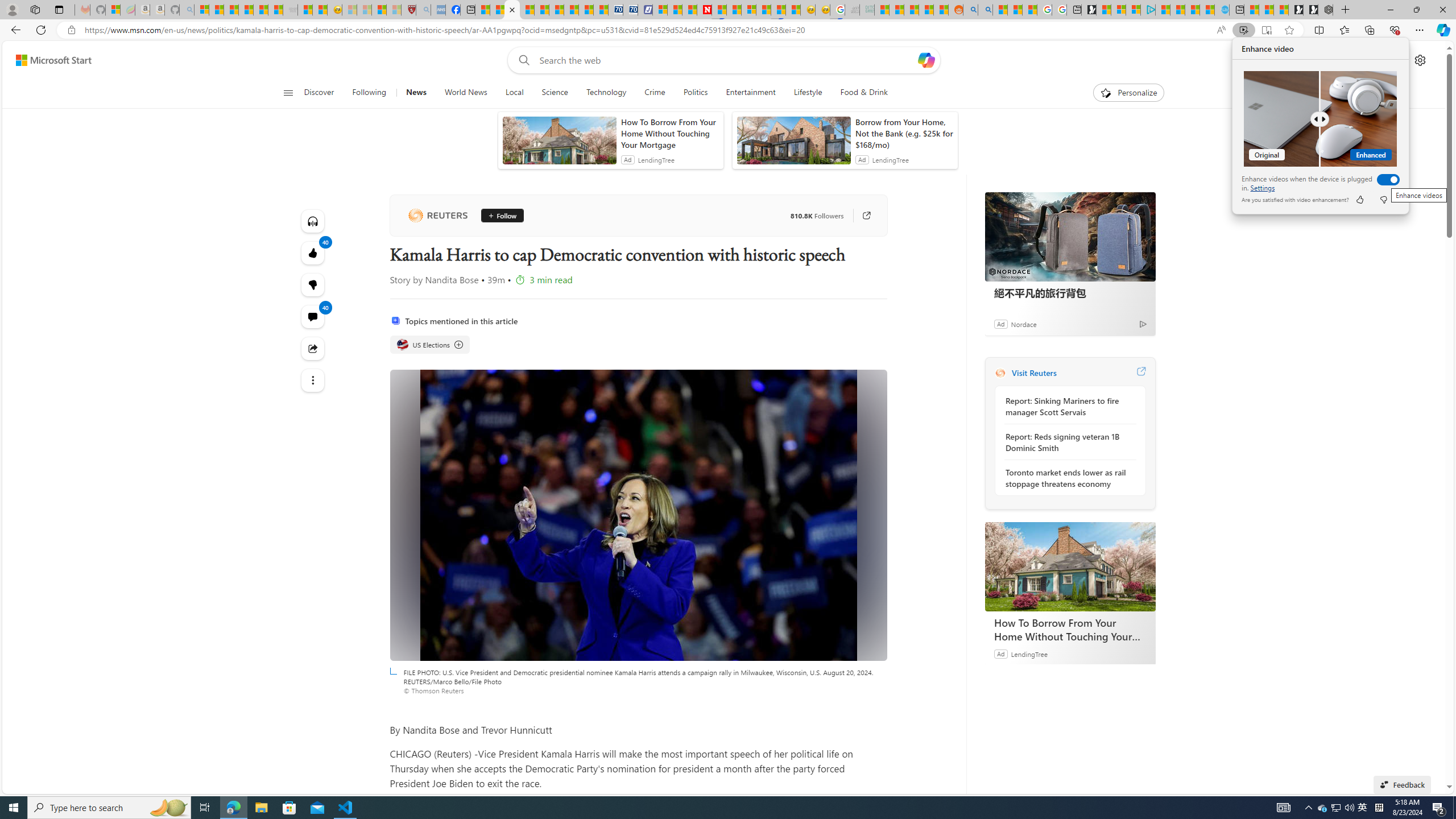  Describe the element at coordinates (401, 344) in the screenshot. I see `'US Elections'` at that location.